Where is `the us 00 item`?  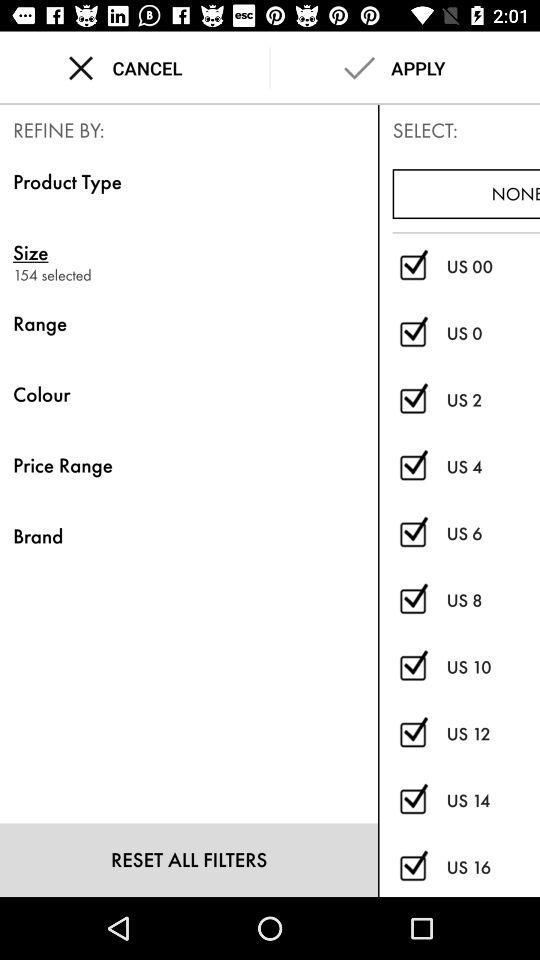
the us 00 item is located at coordinates (492, 265).